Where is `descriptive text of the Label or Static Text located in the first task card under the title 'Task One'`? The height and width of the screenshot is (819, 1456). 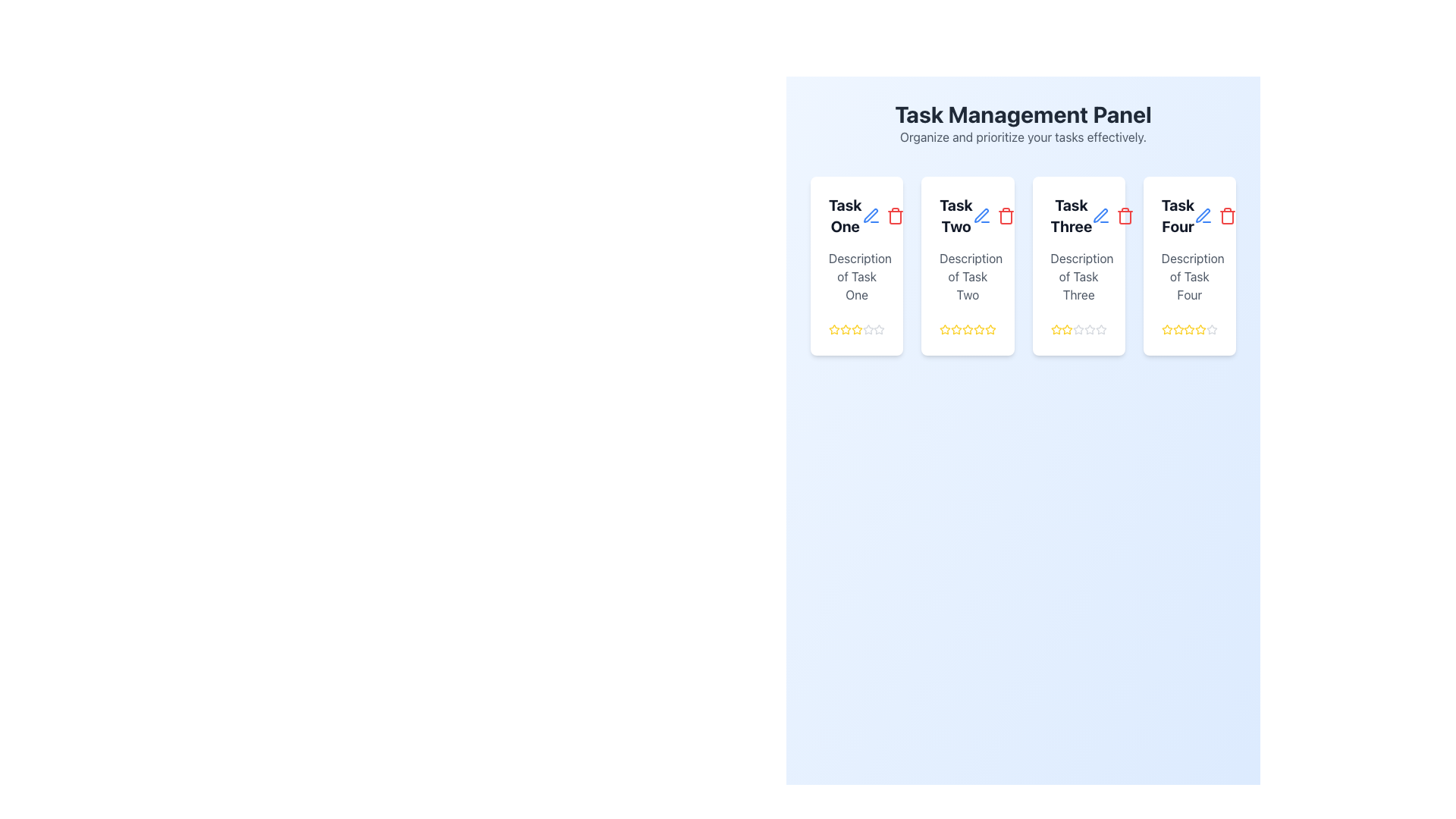
descriptive text of the Label or Static Text located in the first task card under the title 'Task One' is located at coordinates (857, 277).